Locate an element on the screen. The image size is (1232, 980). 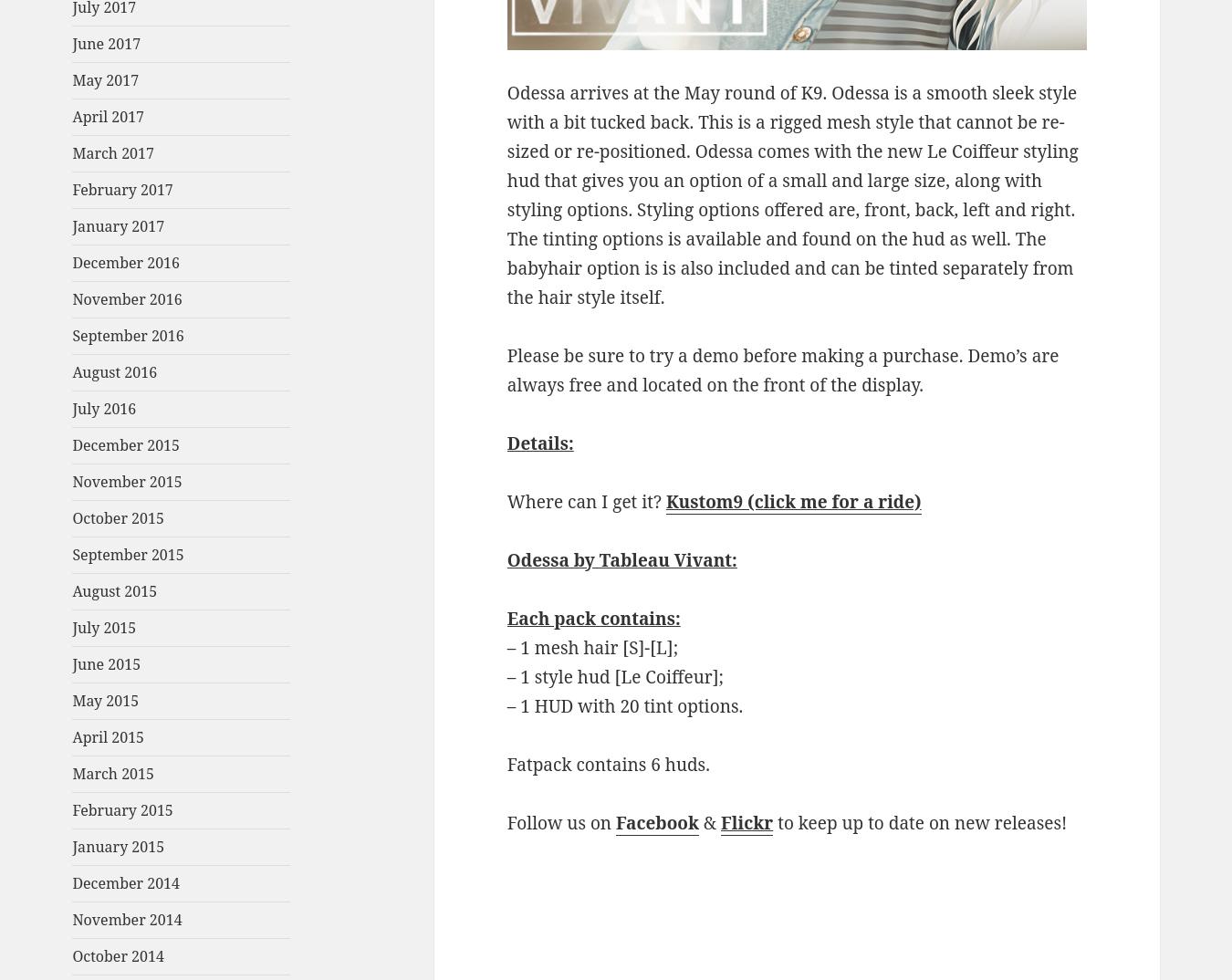
'– 1 mesh hair [S]-[L];' is located at coordinates (591, 646).